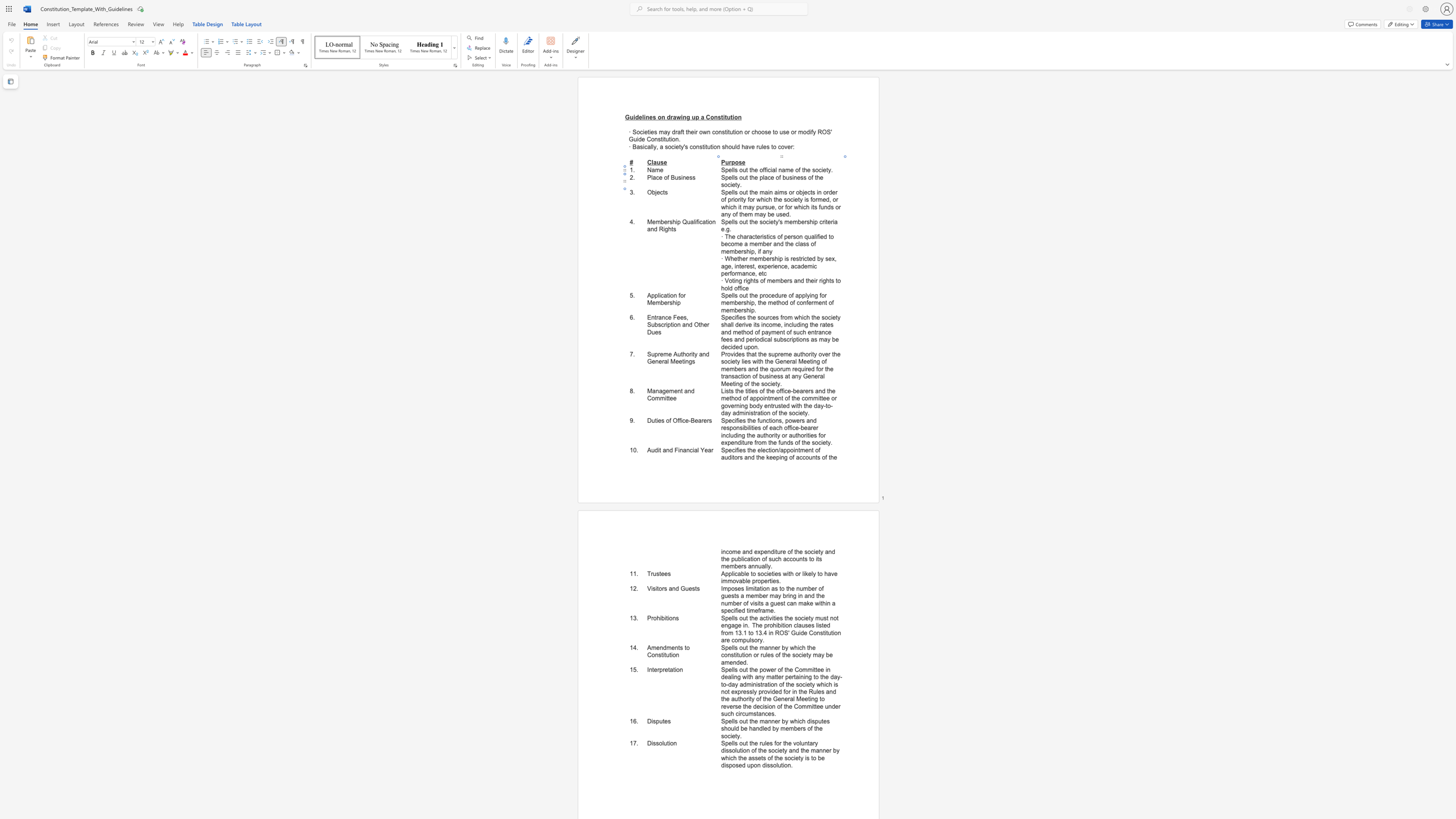 The image size is (1456, 819). What do you see at coordinates (796, 200) in the screenshot?
I see `the 6th character "e" in the text` at bounding box center [796, 200].